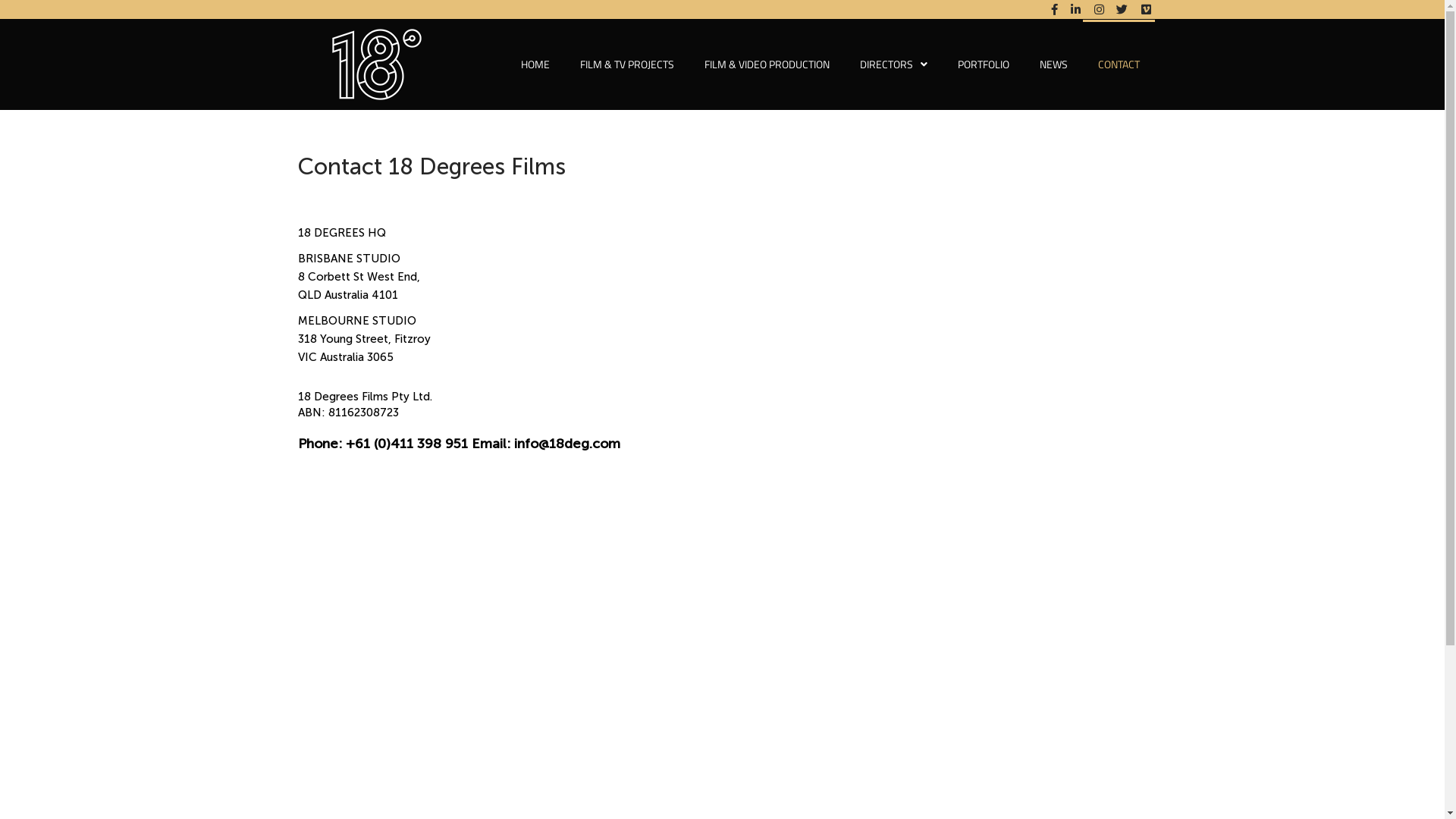  Describe the element at coordinates (893, 63) in the screenshot. I see `'DIRECTORS'` at that location.